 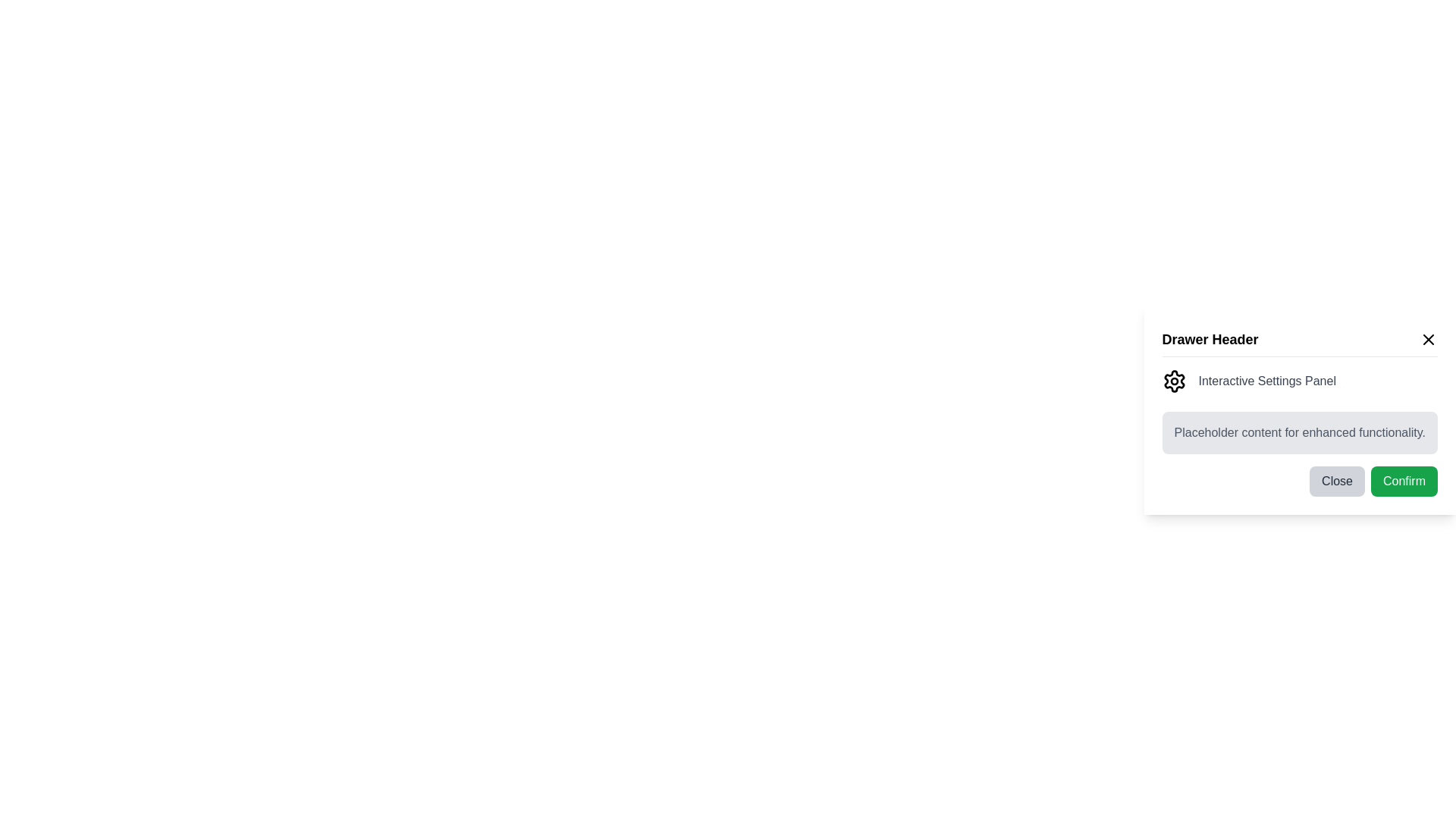 I want to click on the static text that provides supplementary information within the modal dialog, located below 'Interactive Settings Panel' and above the 'Close' and 'Confirm' buttons, so click(x=1299, y=432).